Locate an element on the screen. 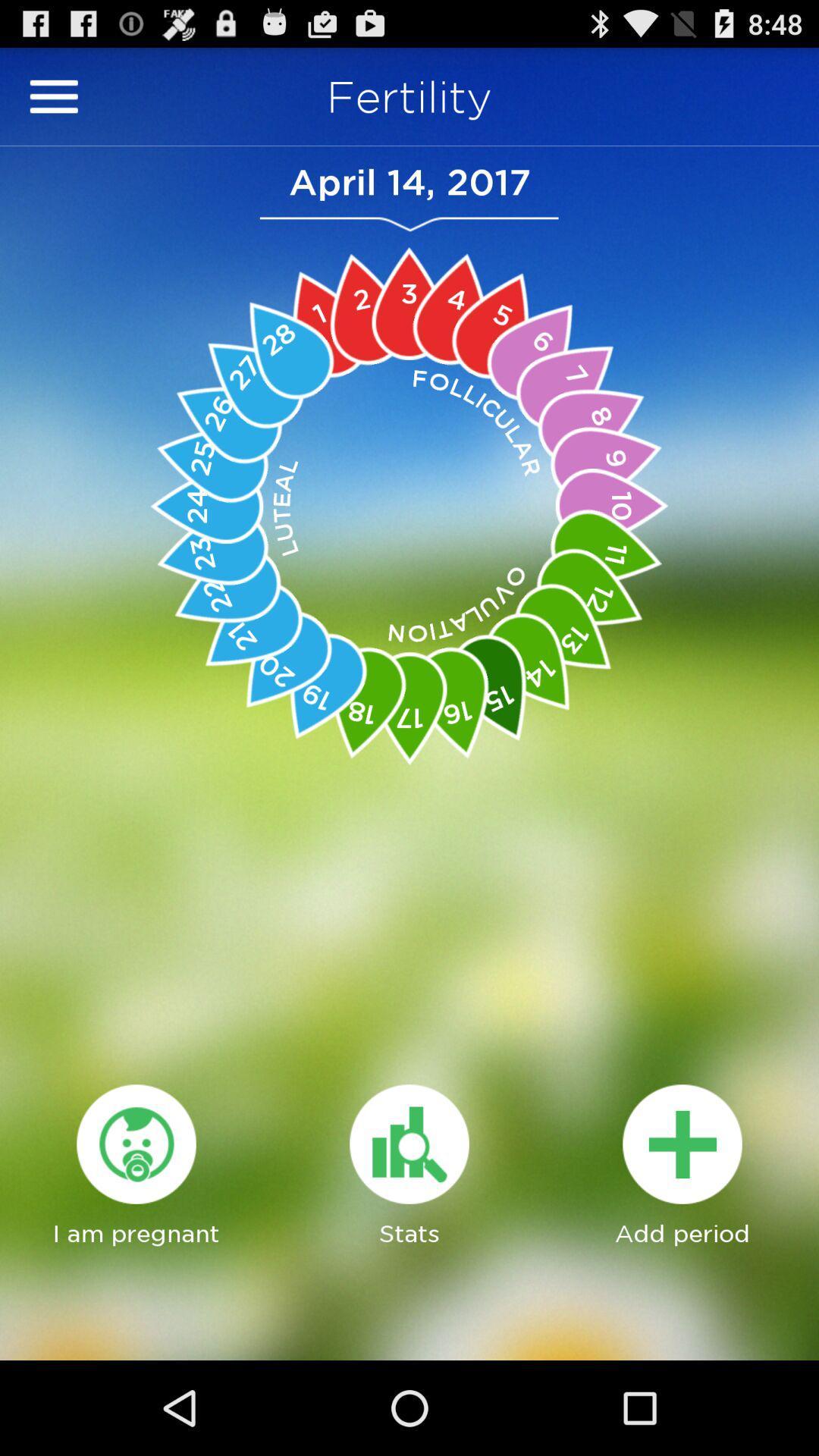  the icon which is above i am pregnant is located at coordinates (136, 1144).